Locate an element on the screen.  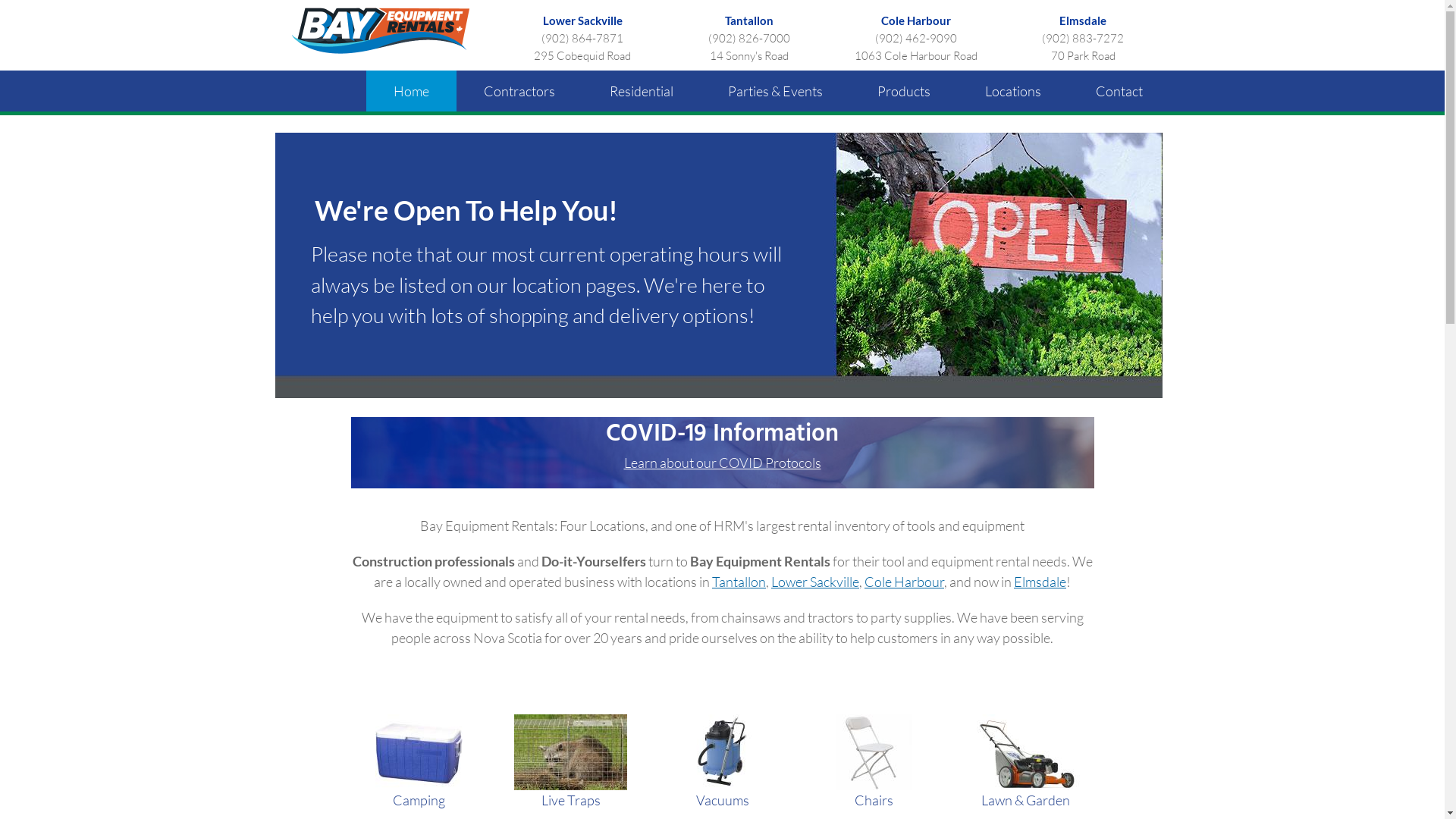
'Contractors' is located at coordinates (519, 90).